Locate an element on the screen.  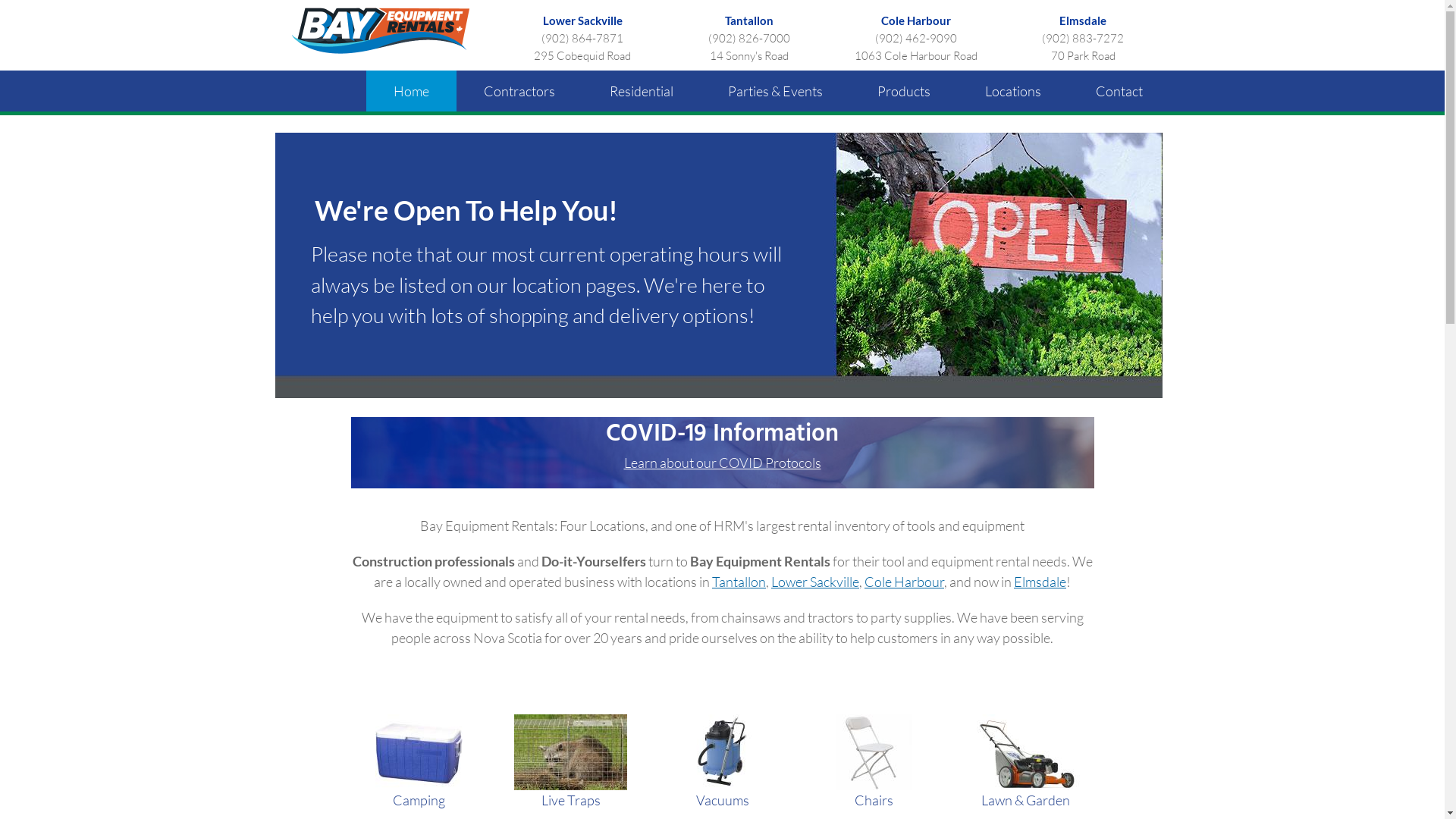
'Contractors' is located at coordinates (519, 90).